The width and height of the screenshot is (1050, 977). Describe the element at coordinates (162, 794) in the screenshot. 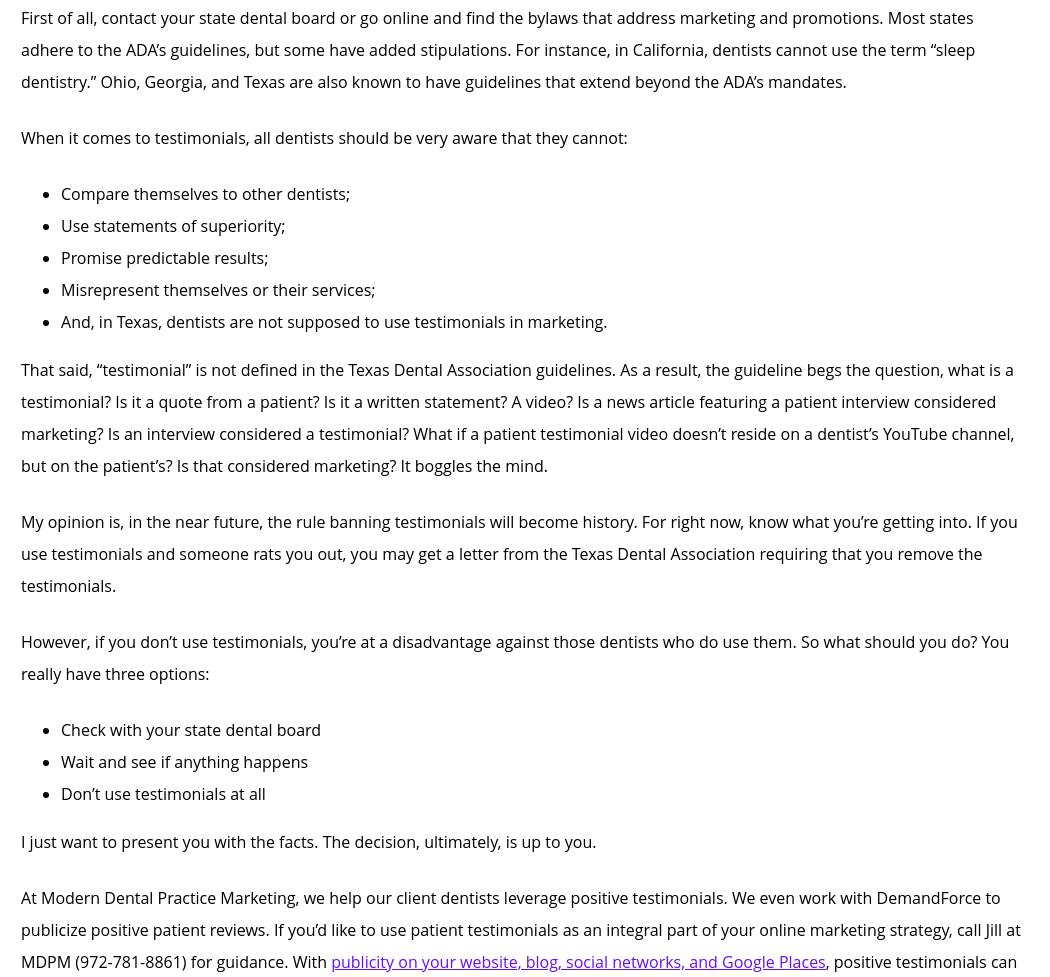

I see `'Don’t use testimonials at all'` at that location.